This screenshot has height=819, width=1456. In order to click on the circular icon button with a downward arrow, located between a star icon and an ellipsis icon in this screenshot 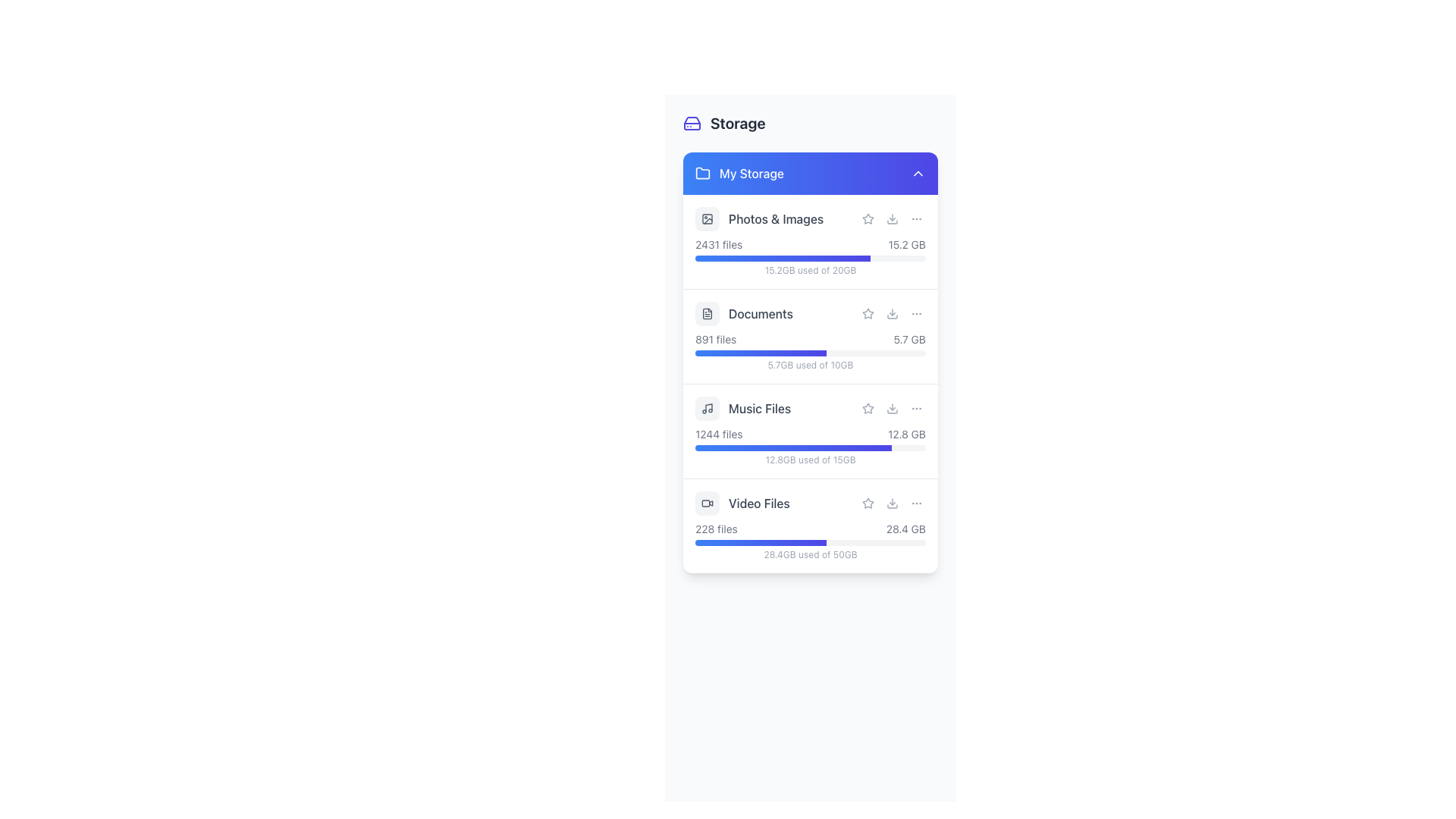, I will do `click(892, 408)`.